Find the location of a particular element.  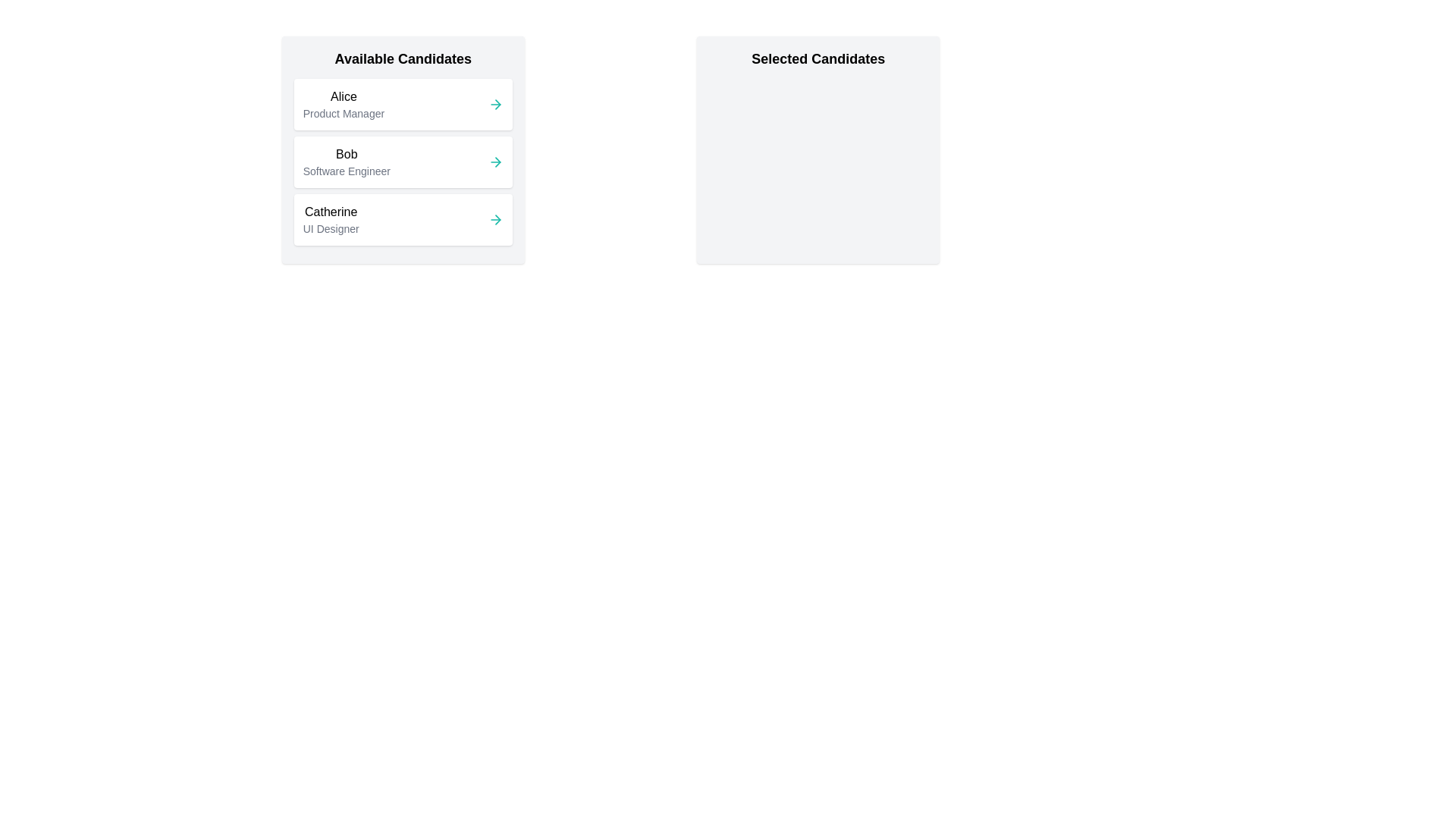

the 'Selected Candidates' section and read its title and description is located at coordinates (817, 58).